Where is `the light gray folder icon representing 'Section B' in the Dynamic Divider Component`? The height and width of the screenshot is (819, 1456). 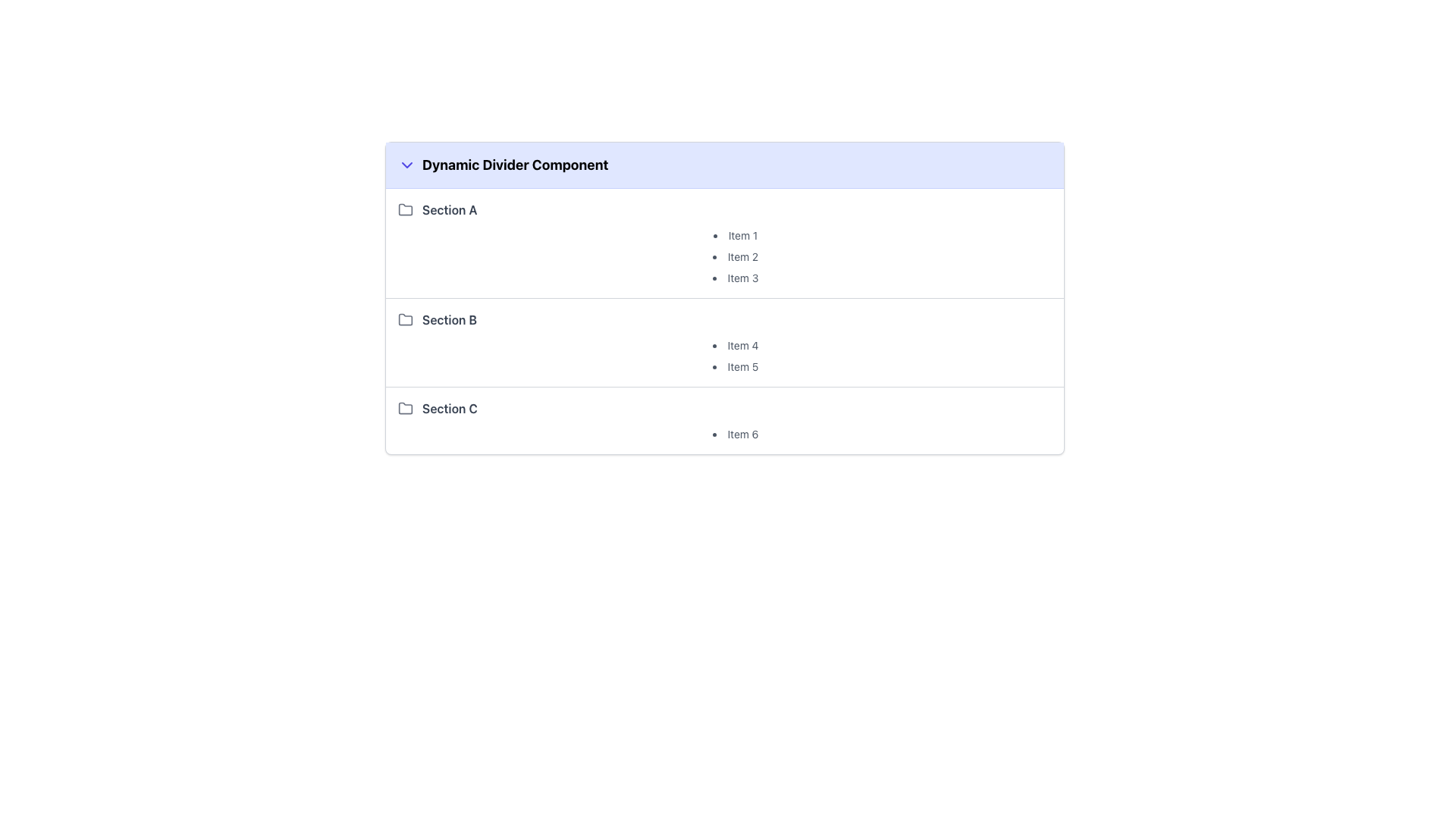
the light gray folder icon representing 'Section B' in the Dynamic Divider Component is located at coordinates (405, 318).